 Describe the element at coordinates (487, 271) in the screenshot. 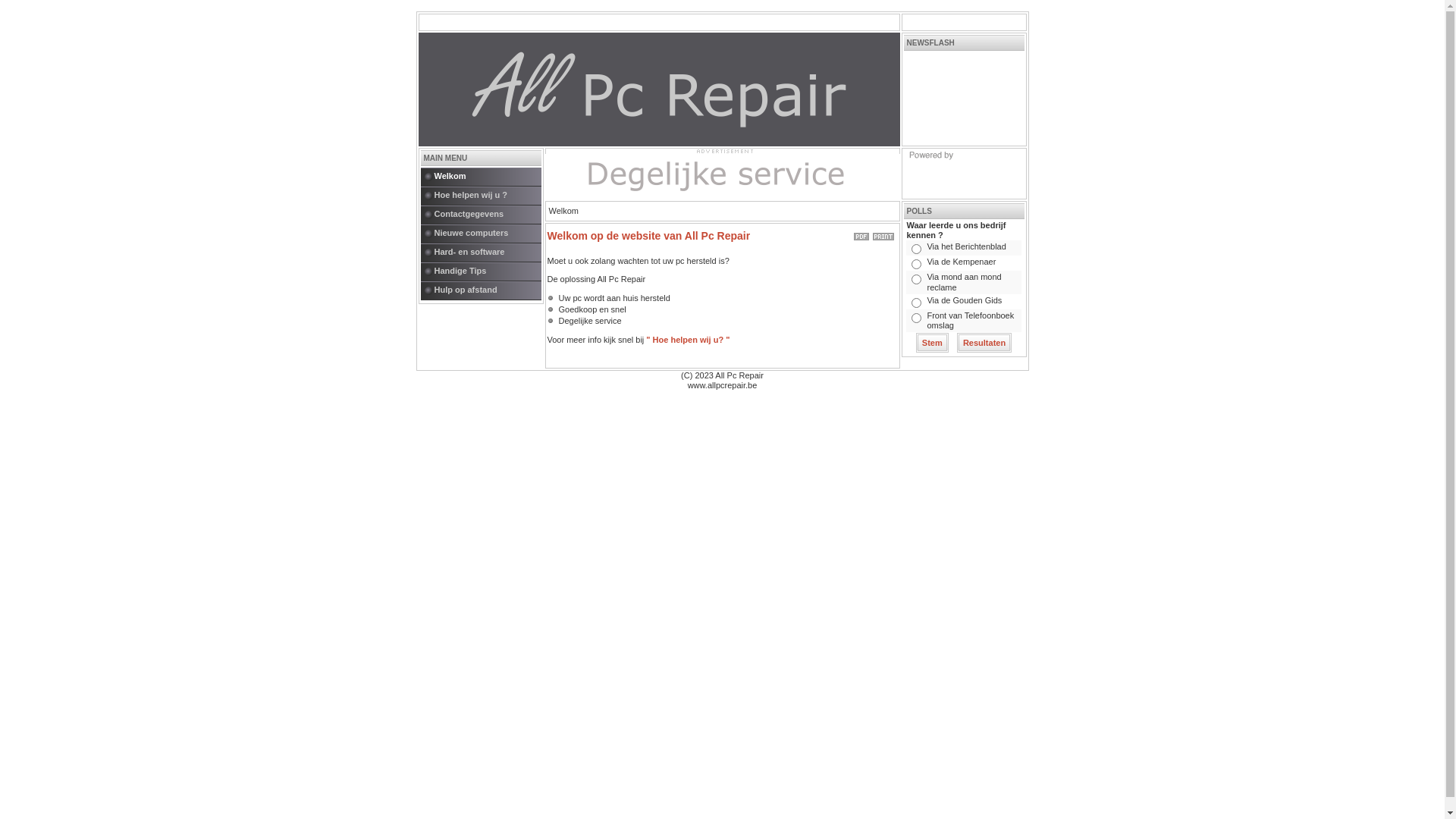

I see `'Handige Tips'` at that location.